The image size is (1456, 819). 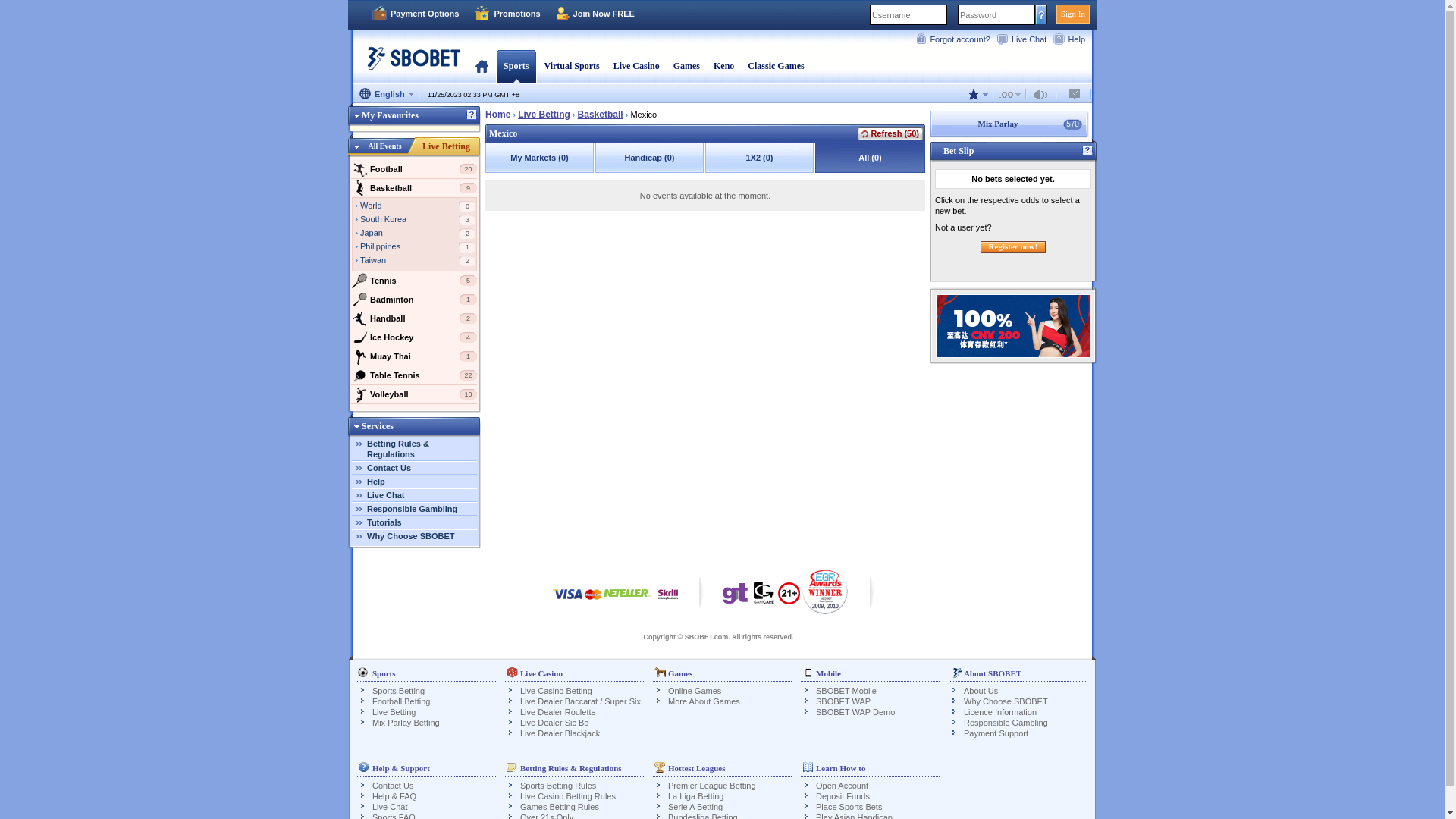 What do you see at coordinates (723, 65) in the screenshot?
I see `'Keno'` at bounding box center [723, 65].